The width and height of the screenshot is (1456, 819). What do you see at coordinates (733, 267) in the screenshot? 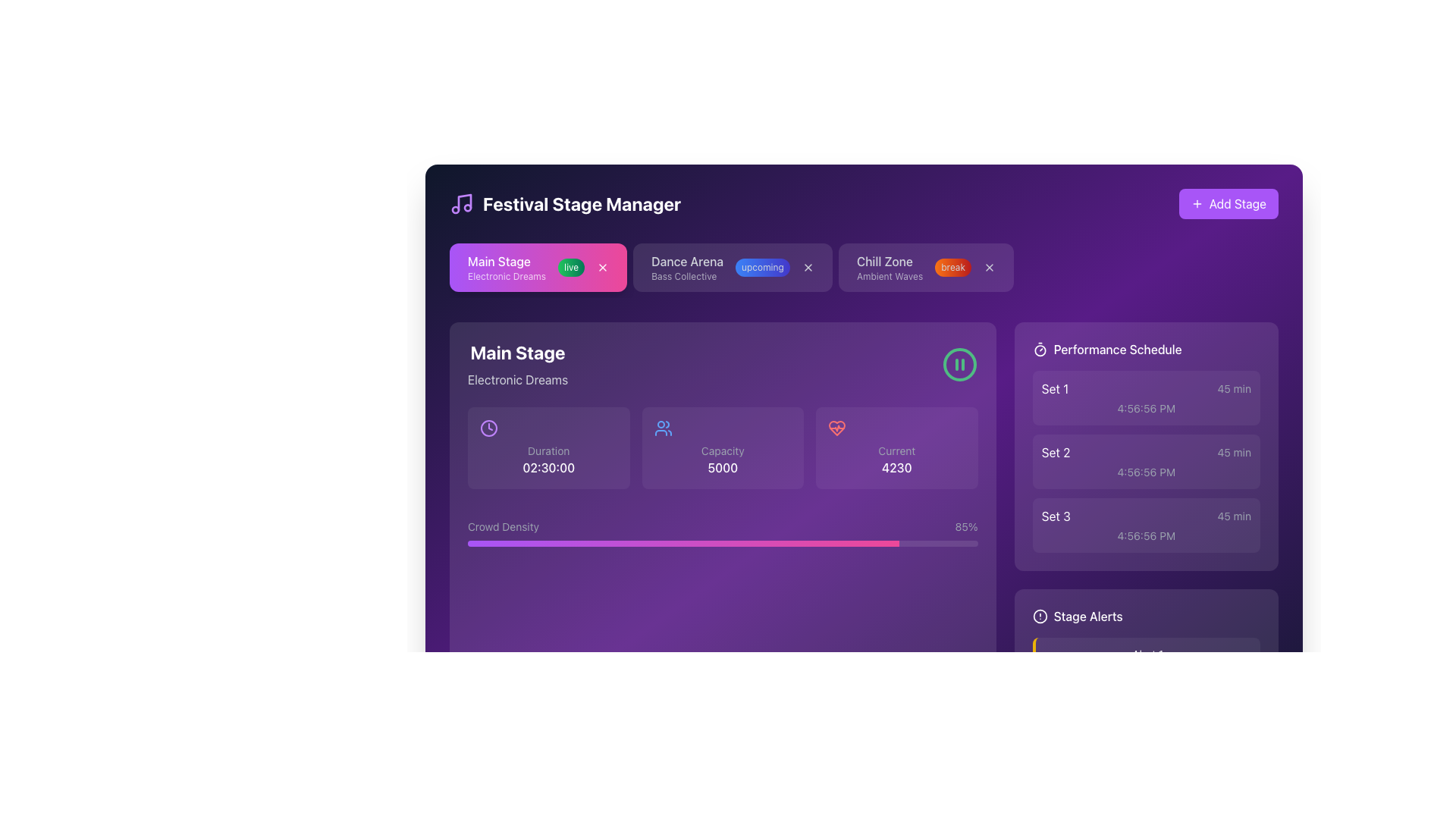
I see `the status label indicating 'upcoming' for the 'Dance Arena' event, which is positioned to the right of the 'Dance Arena' text and above the 'Bass Collective' text` at bounding box center [733, 267].